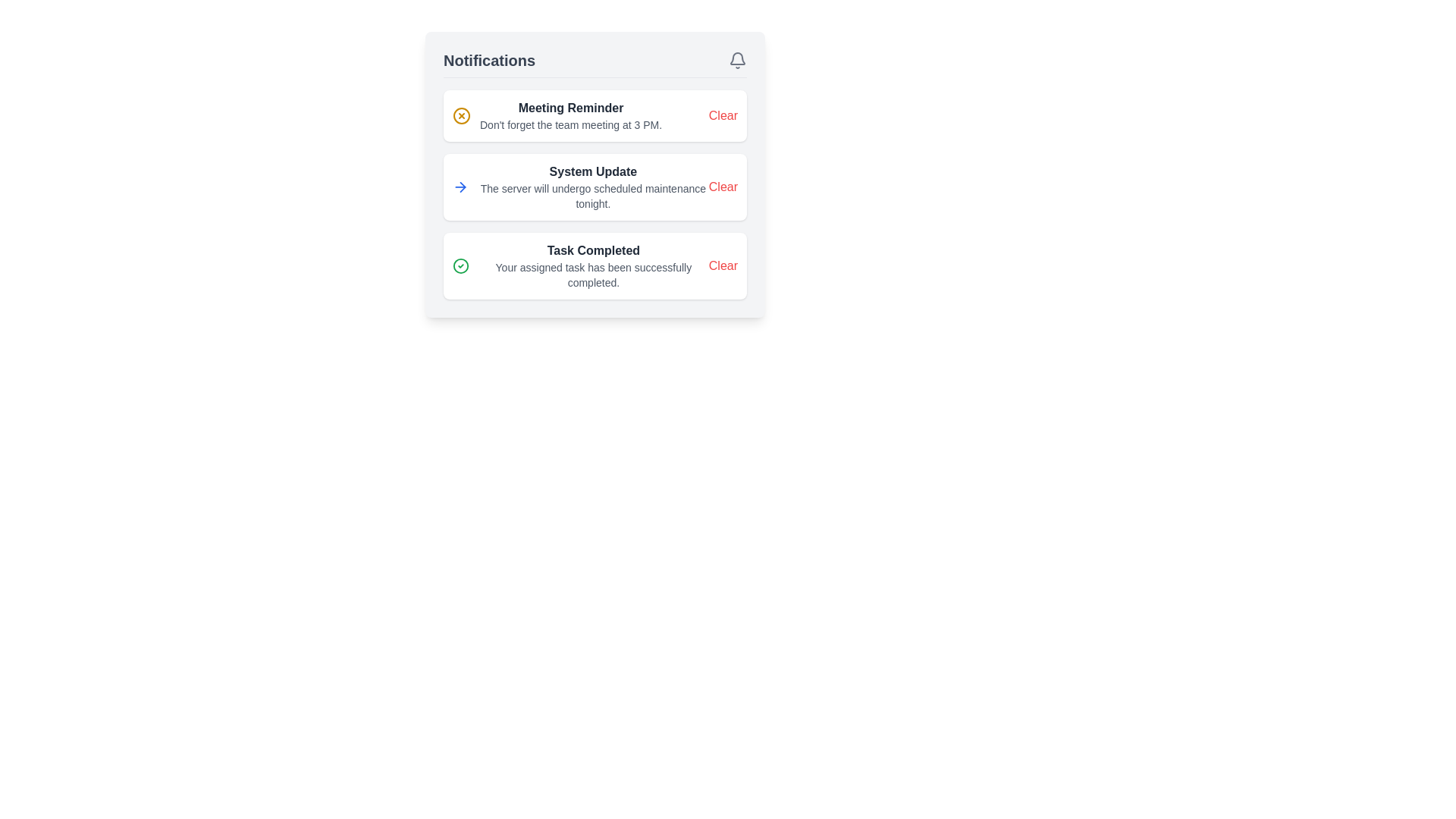  Describe the element at coordinates (592, 265) in the screenshot. I see `notification indicating the completion of a task, which is the third notification in the vertically stacked list below 'System Update.'` at that location.